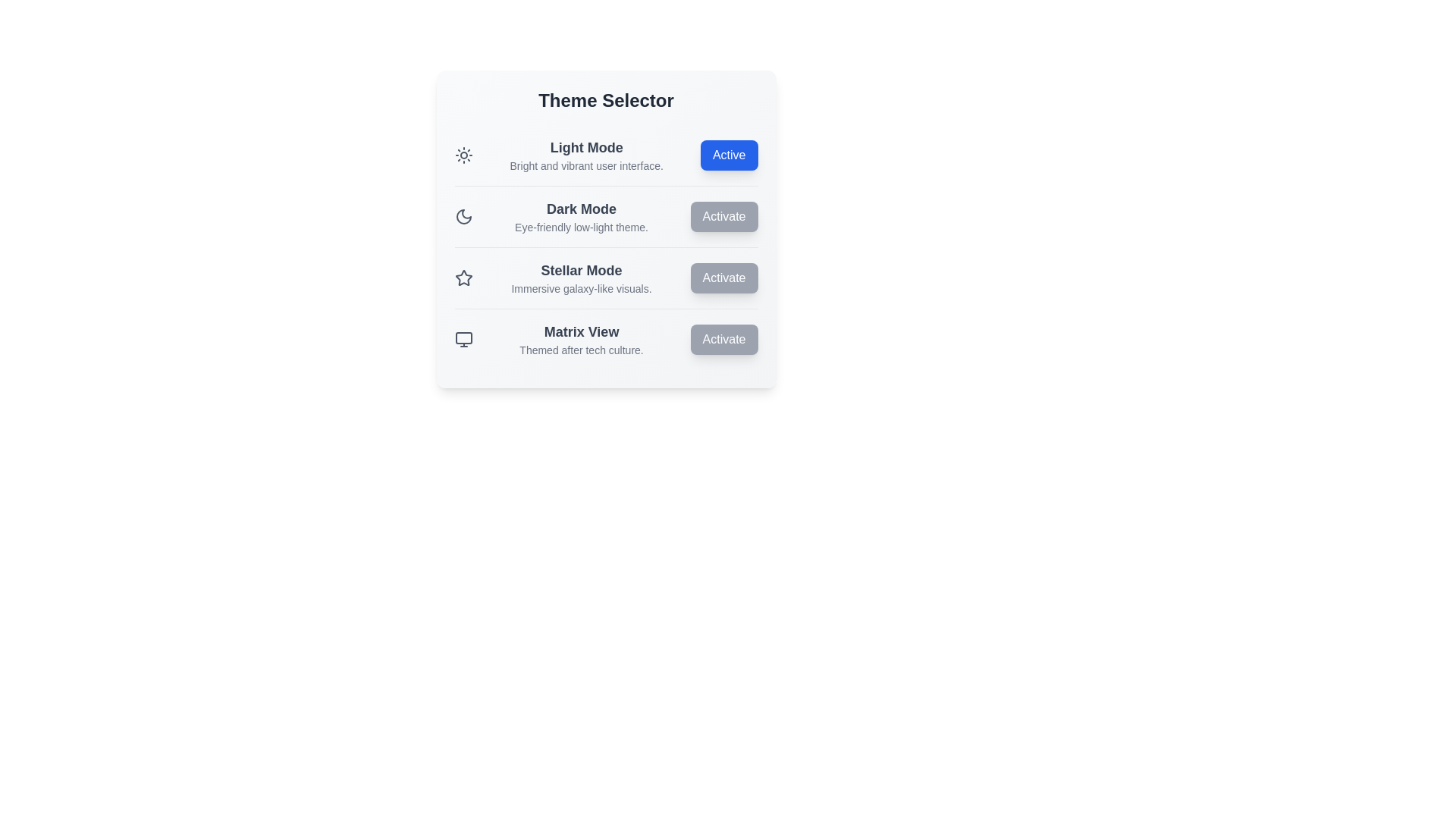  Describe the element at coordinates (463, 278) in the screenshot. I see `the icon for the selected theme Stellar Mode` at that location.